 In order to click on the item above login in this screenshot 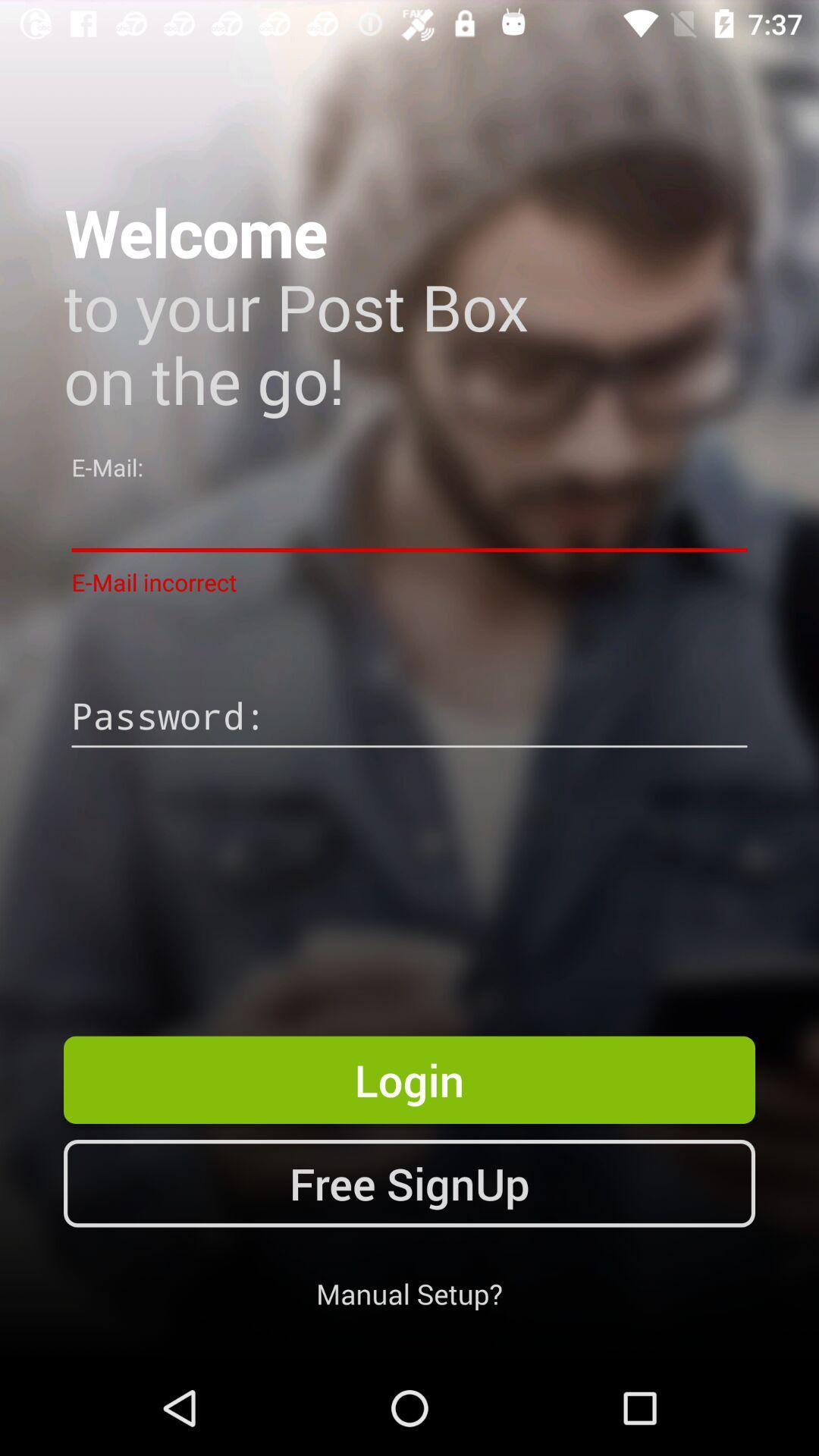, I will do `click(409, 717)`.